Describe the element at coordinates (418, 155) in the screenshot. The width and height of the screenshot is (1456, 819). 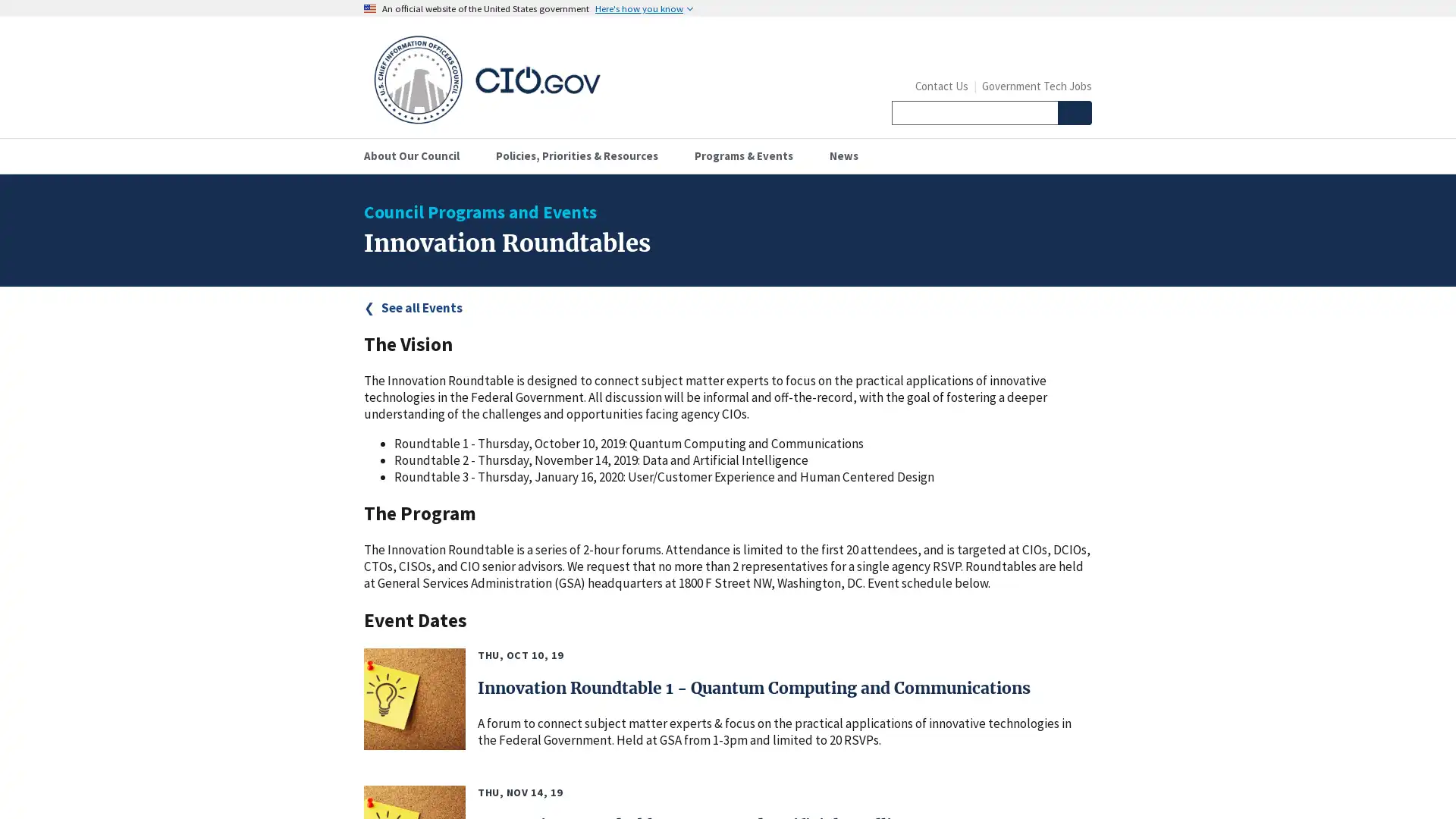
I see `About Our Council` at that location.